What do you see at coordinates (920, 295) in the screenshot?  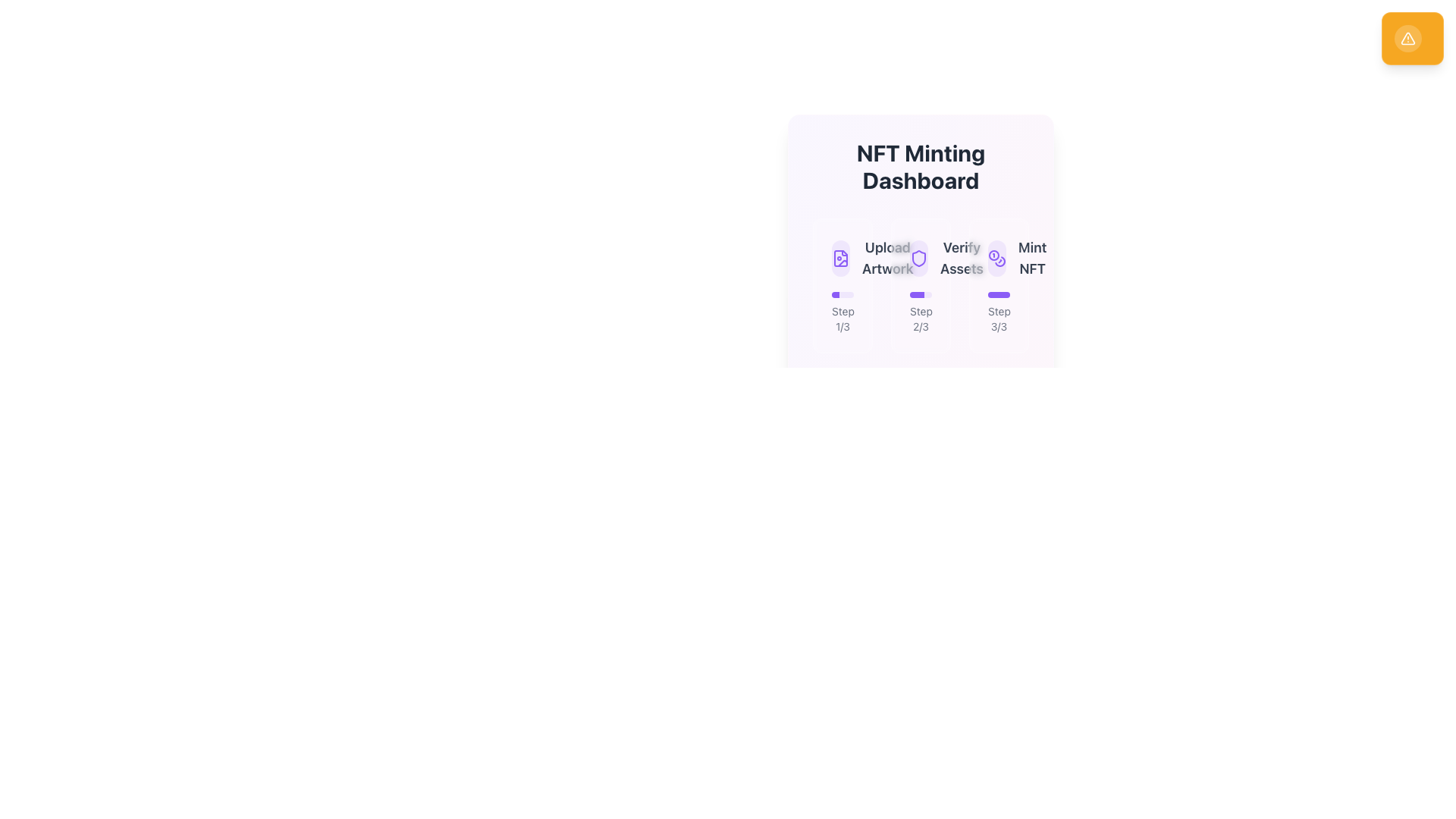 I see `the progress visually on the Progress Indicator located in the second column of the progress tracking section below 'Step 2/3.'` at bounding box center [920, 295].